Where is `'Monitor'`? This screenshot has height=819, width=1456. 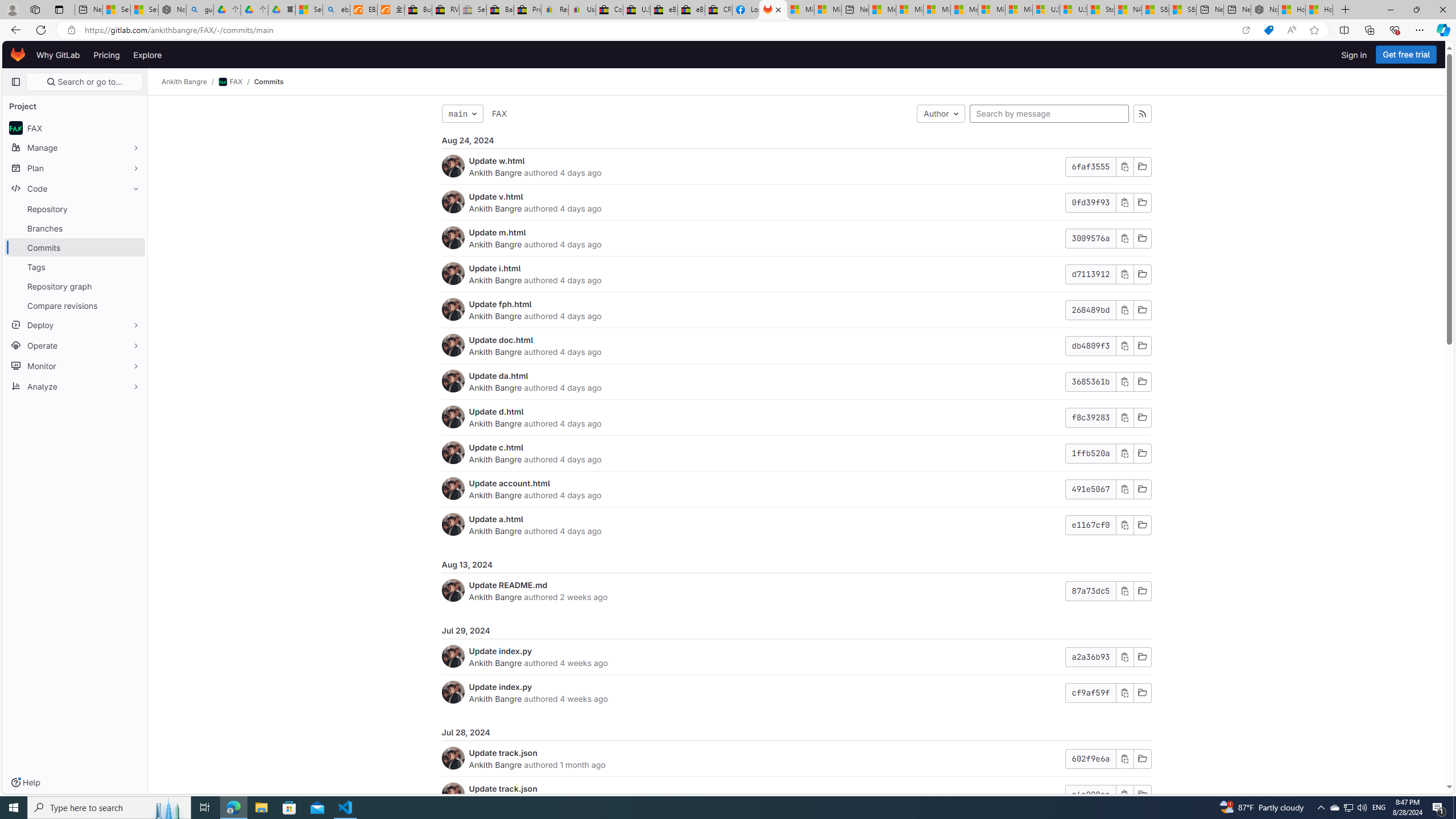 'Monitor' is located at coordinates (74, 365).